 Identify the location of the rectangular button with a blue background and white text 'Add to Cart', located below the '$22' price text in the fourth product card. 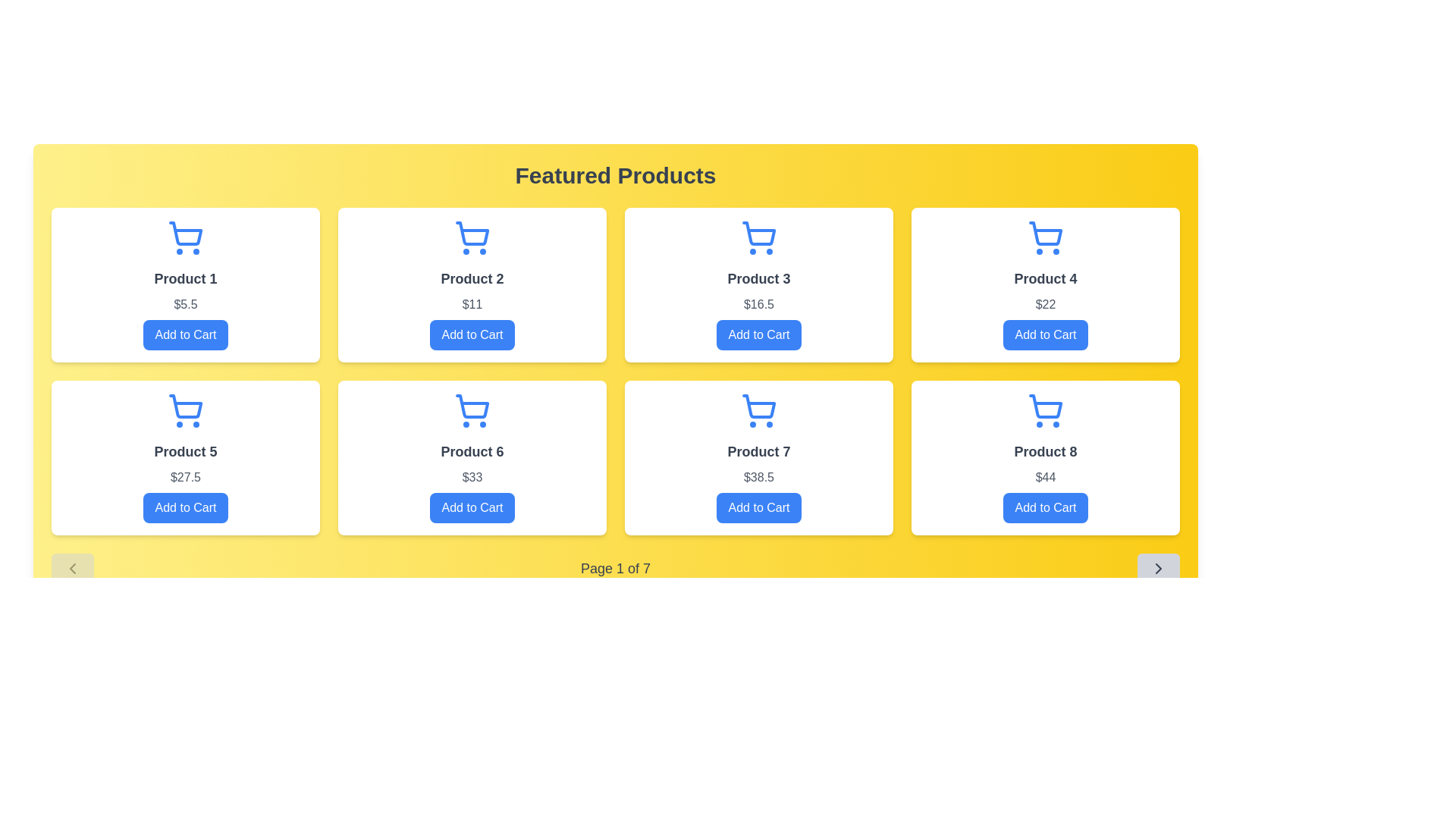
(1044, 334).